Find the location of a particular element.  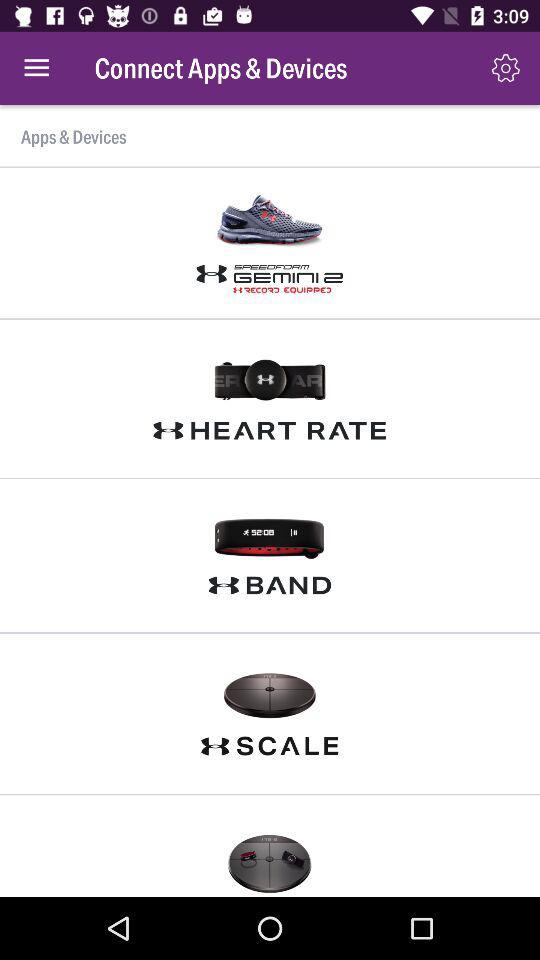

icon above the apps & devices icon is located at coordinates (36, 68).